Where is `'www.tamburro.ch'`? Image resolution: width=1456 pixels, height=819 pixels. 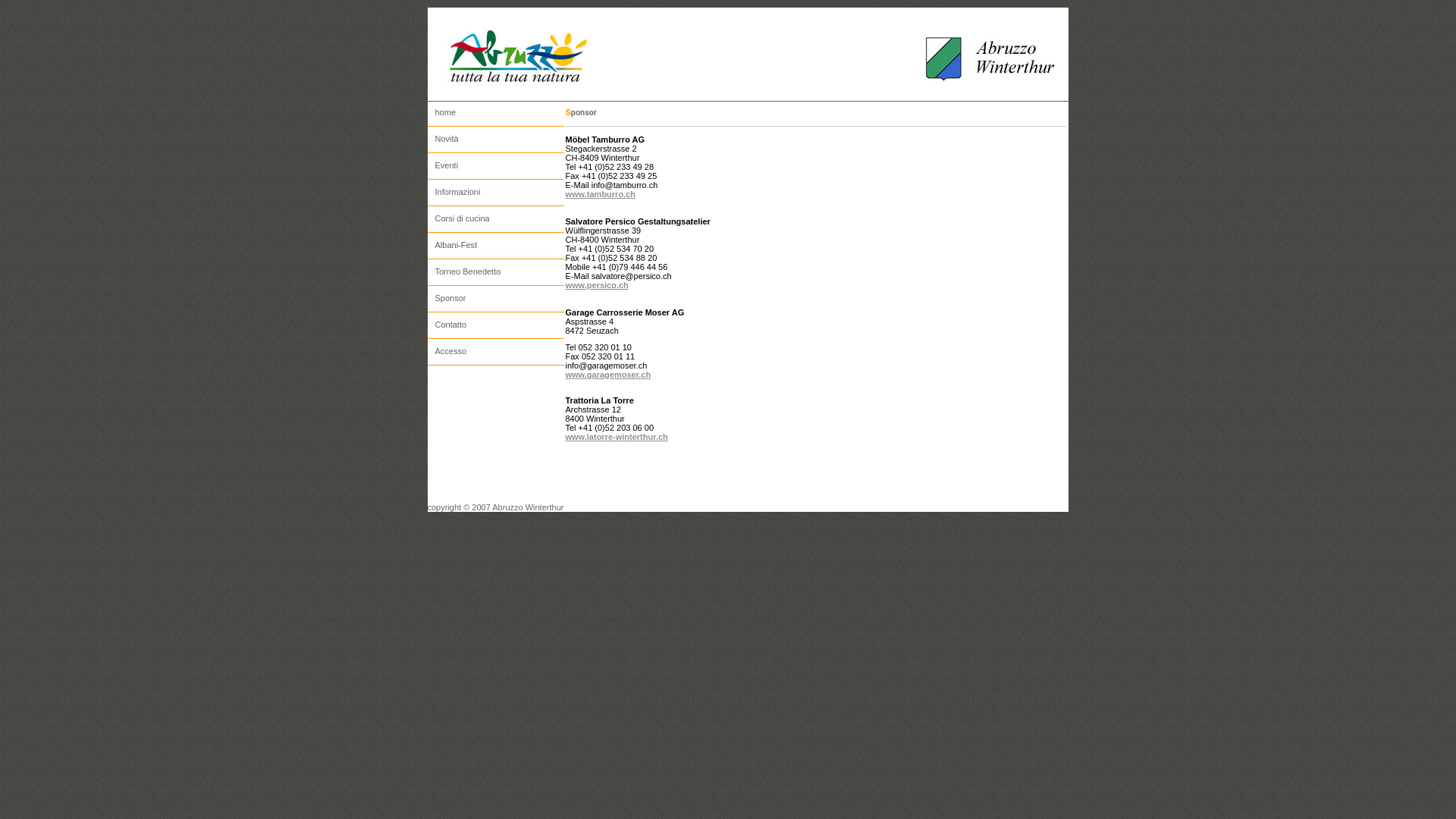 'www.tamburro.ch' is located at coordinates (600, 193).